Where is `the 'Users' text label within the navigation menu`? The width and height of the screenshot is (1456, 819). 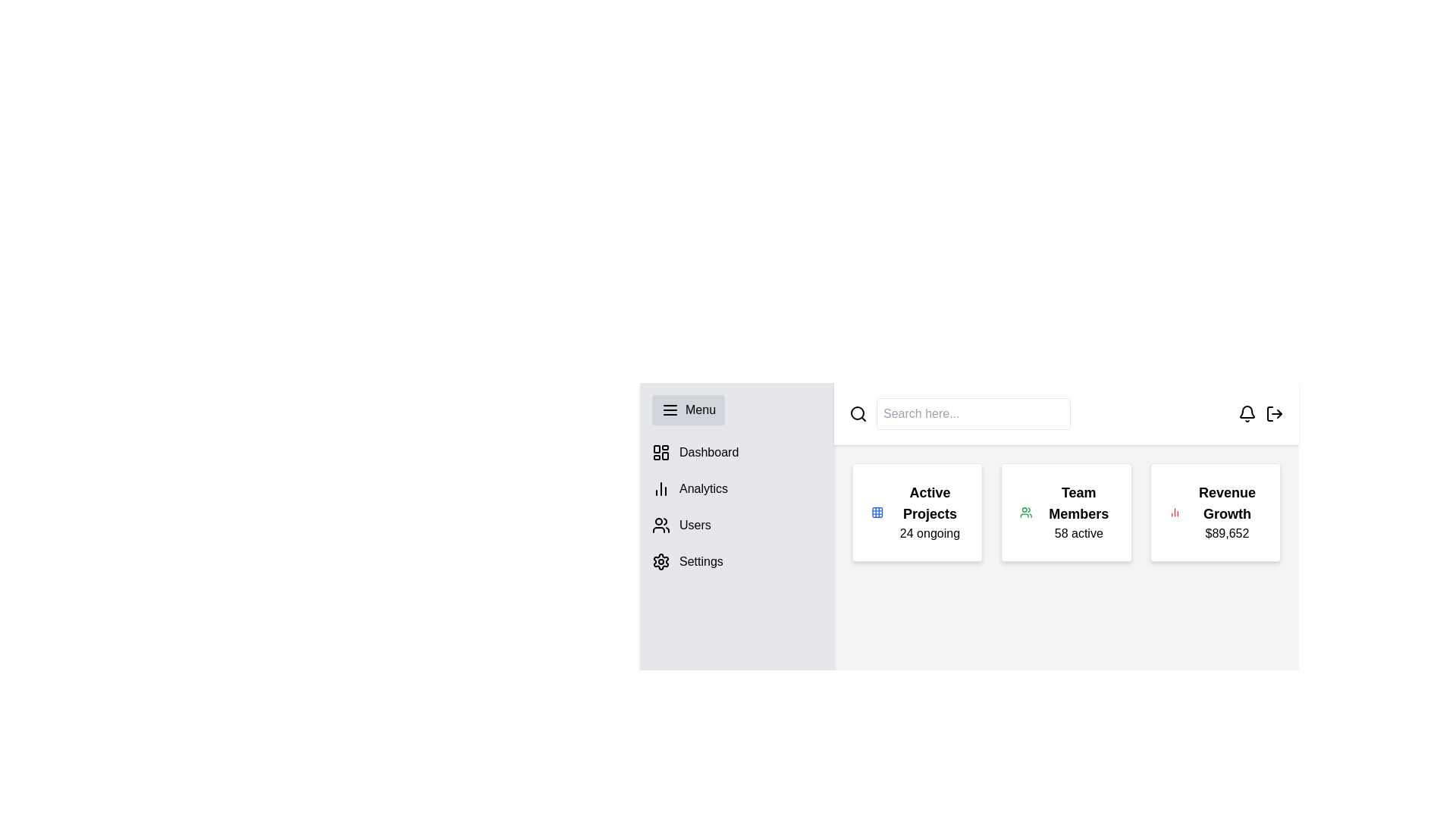
the 'Users' text label within the navigation menu is located at coordinates (694, 525).